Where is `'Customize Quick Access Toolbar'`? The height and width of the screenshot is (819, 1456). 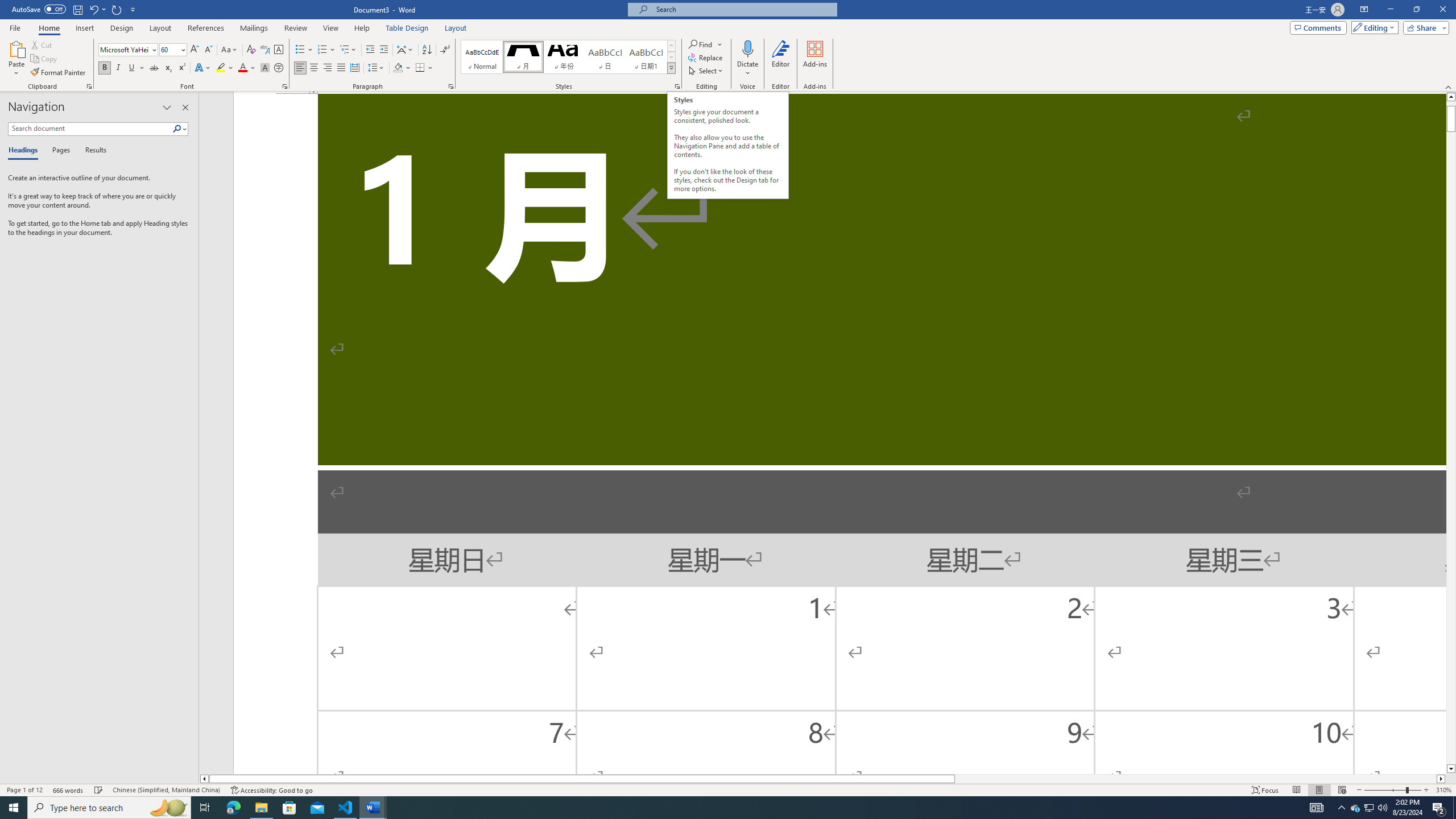
'Customize Quick Access Toolbar' is located at coordinates (133, 9).